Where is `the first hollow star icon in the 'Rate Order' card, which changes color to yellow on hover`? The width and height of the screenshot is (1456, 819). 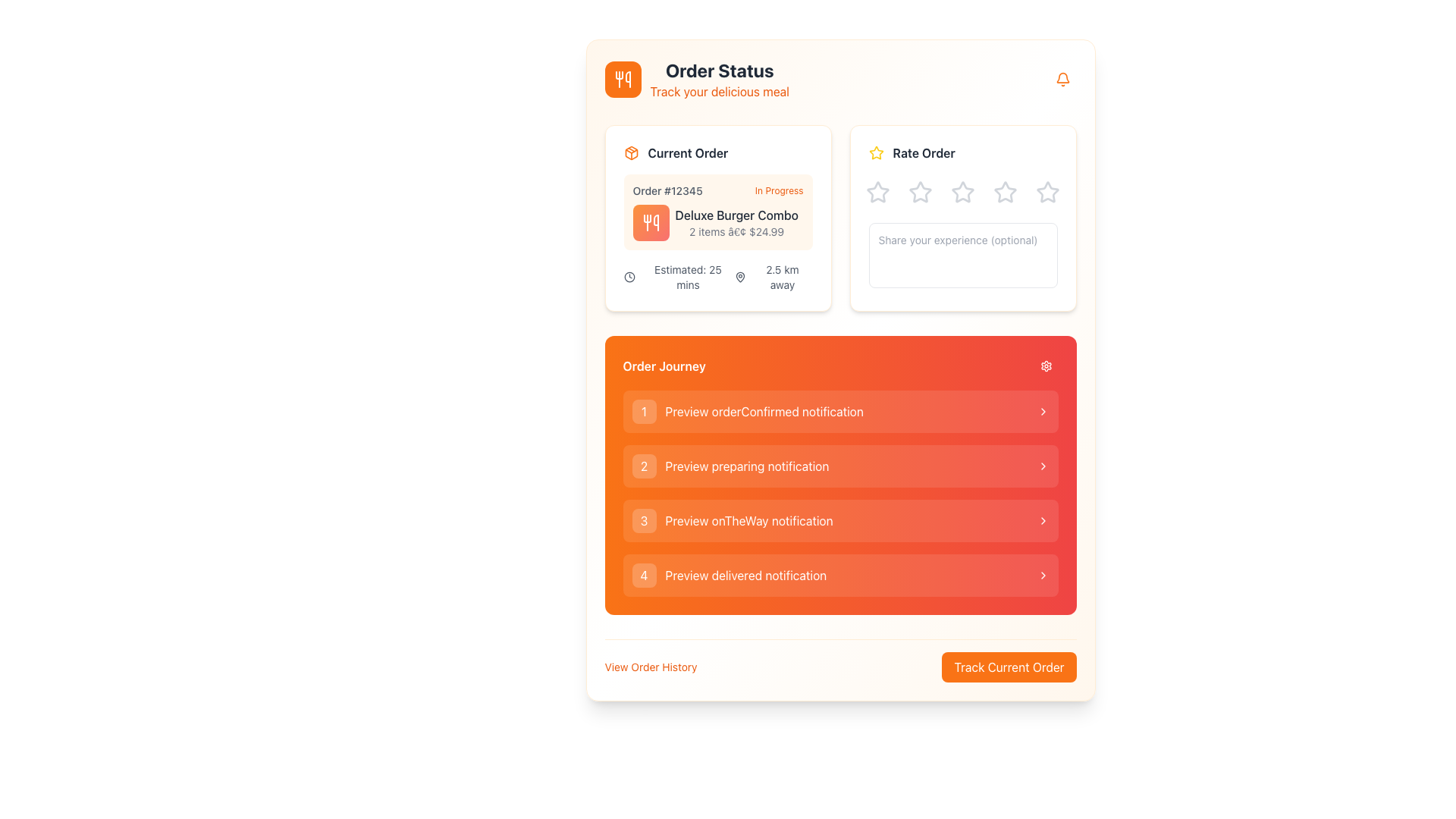 the first hollow star icon in the 'Rate Order' card, which changes color to yellow on hover is located at coordinates (877, 192).